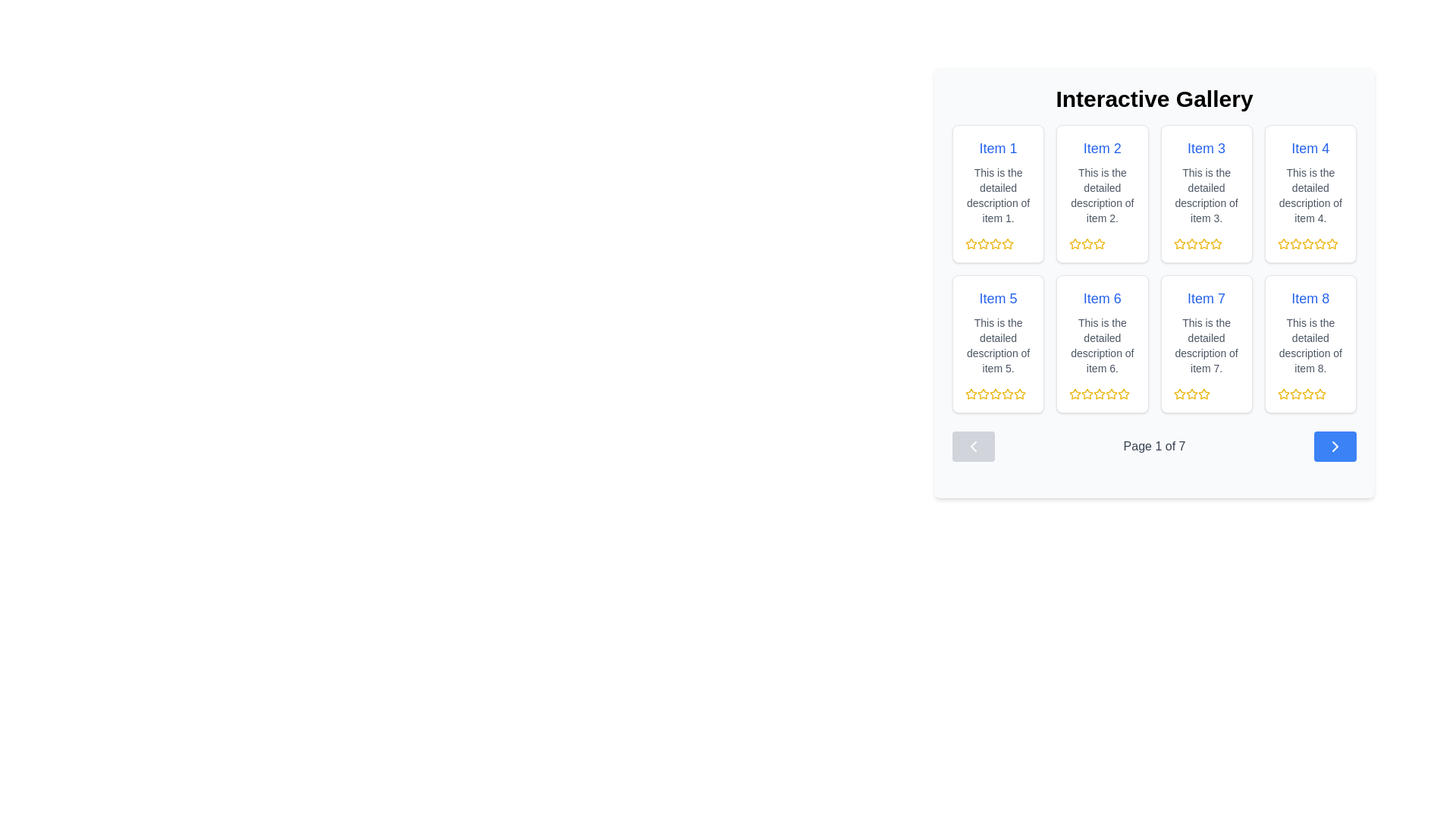 The height and width of the screenshot is (819, 1456). Describe the element at coordinates (1319, 394) in the screenshot. I see `the fifth star icon in the rating section under 'Item 8' to adjust the rating` at that location.